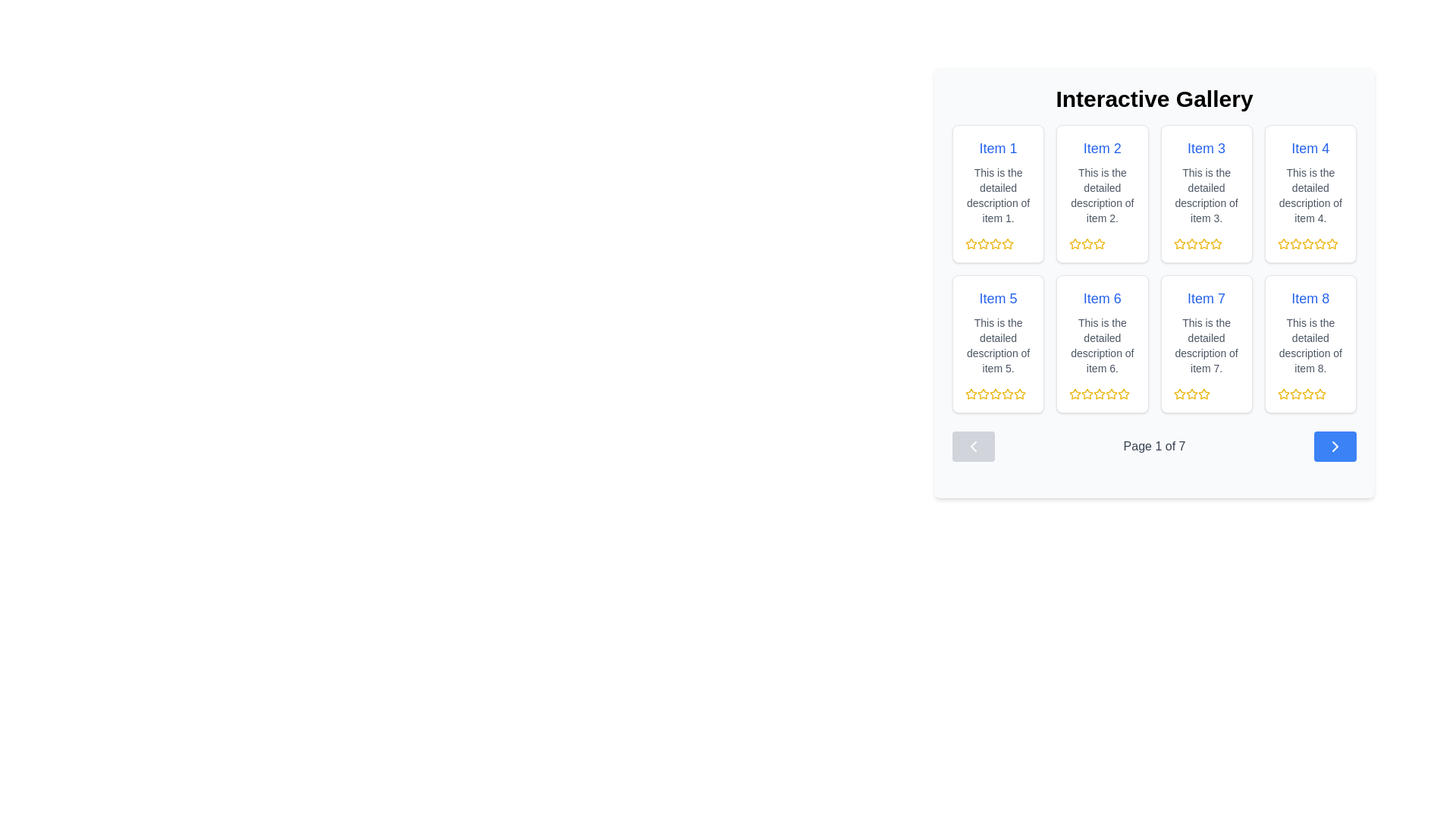 The height and width of the screenshot is (819, 1456). Describe the element at coordinates (1319, 394) in the screenshot. I see `the fifth star icon in the rating section under 'Item 8' to adjust the rating` at that location.